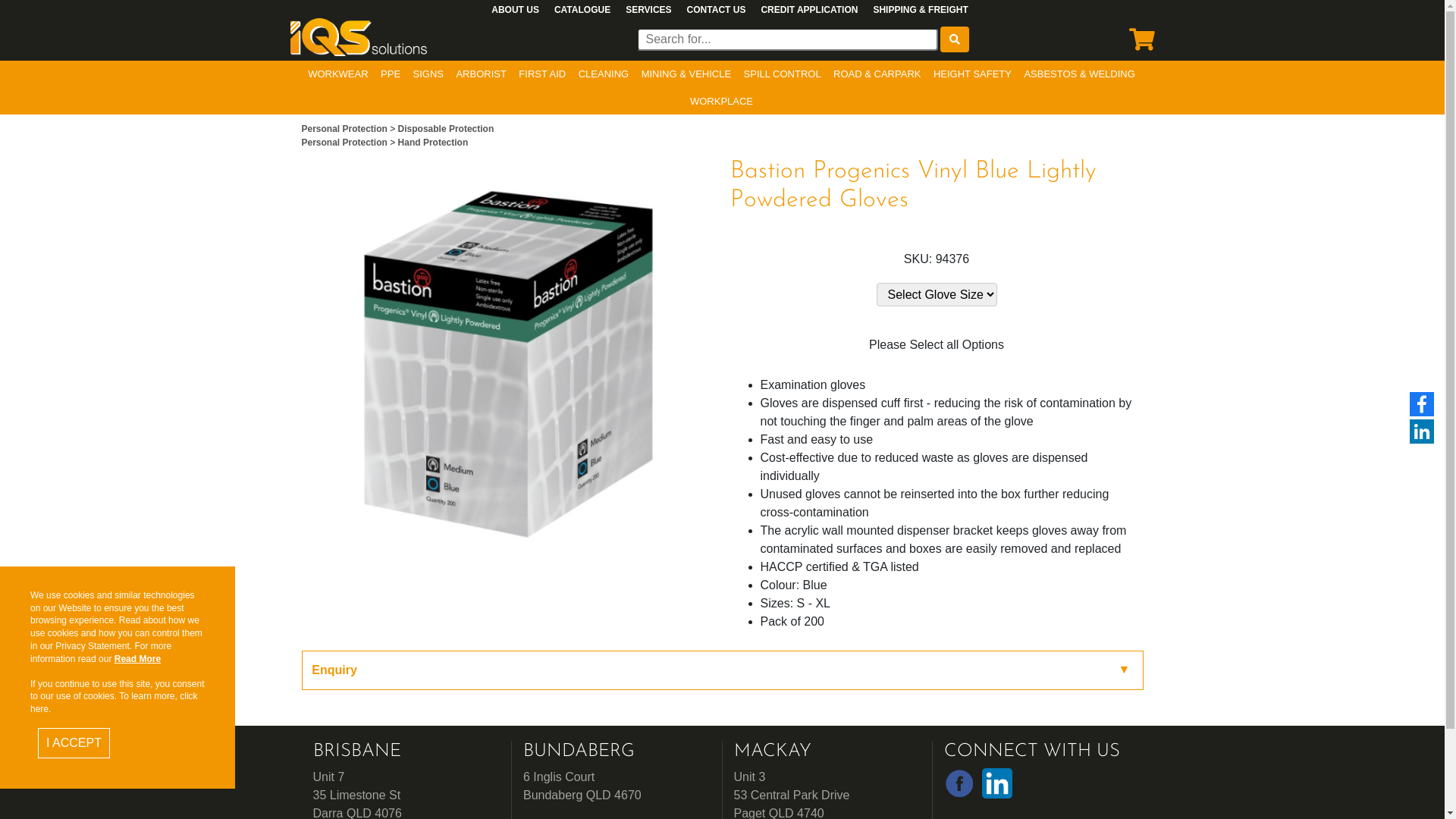 This screenshot has height=819, width=1456. I want to click on 'Read More', so click(137, 657).